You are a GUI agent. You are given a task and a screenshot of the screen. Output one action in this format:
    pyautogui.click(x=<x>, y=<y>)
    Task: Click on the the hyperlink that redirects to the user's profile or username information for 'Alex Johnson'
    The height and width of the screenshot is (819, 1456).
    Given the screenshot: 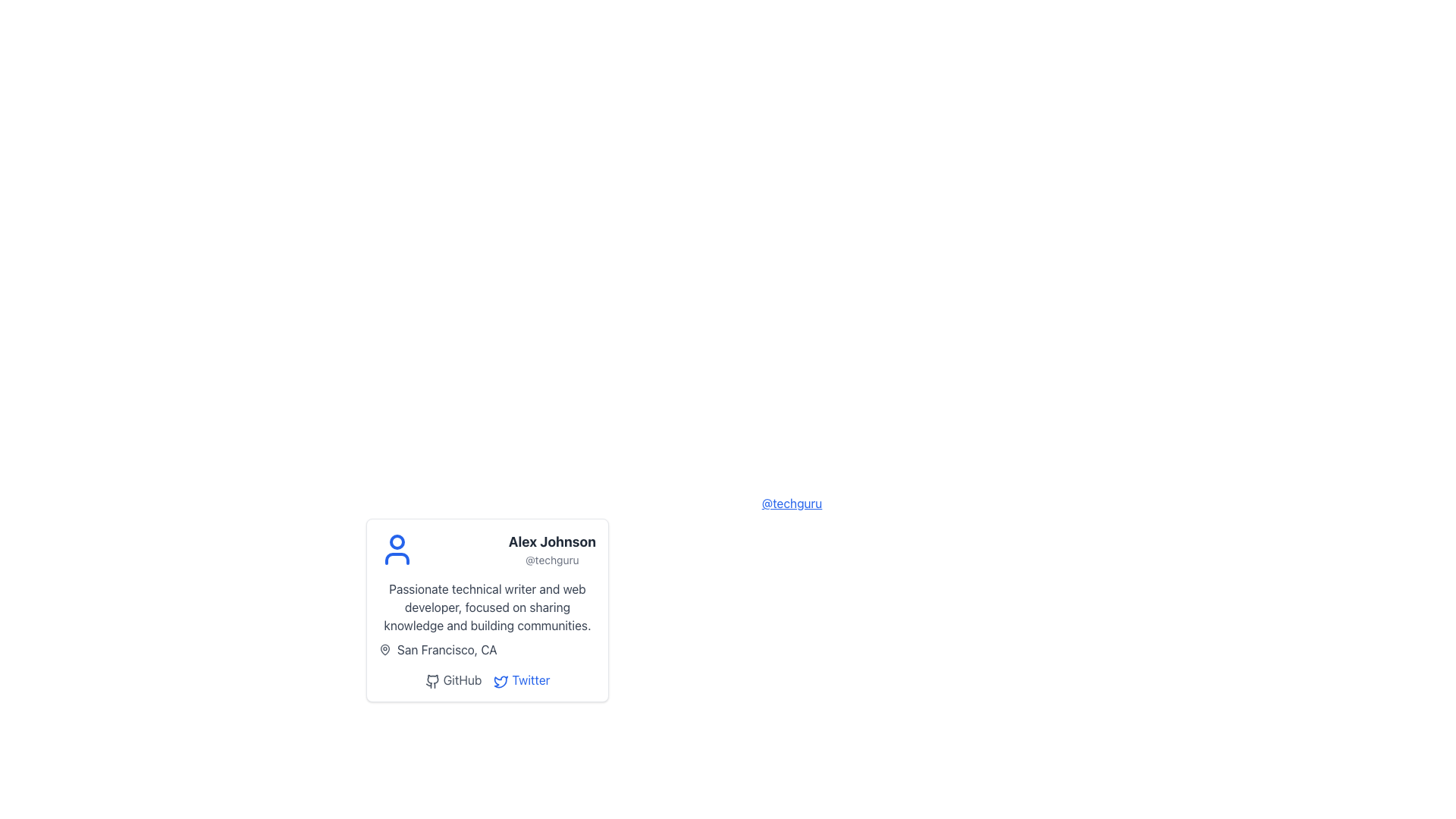 What is the action you would take?
    pyautogui.click(x=791, y=503)
    